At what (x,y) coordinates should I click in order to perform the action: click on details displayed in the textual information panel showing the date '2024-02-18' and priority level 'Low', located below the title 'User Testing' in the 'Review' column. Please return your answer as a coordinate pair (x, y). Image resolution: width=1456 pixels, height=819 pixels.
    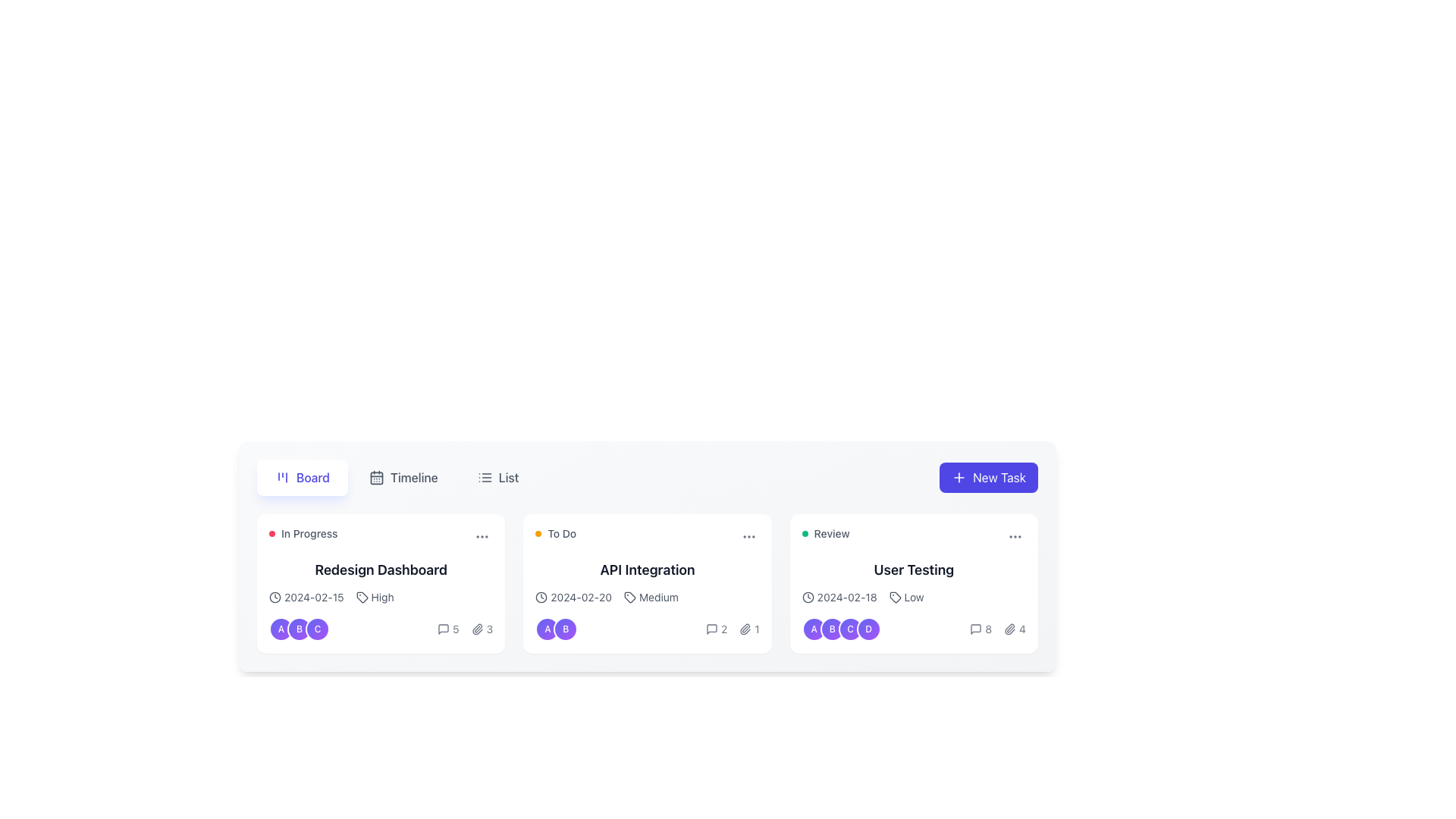
    Looking at the image, I should click on (913, 596).